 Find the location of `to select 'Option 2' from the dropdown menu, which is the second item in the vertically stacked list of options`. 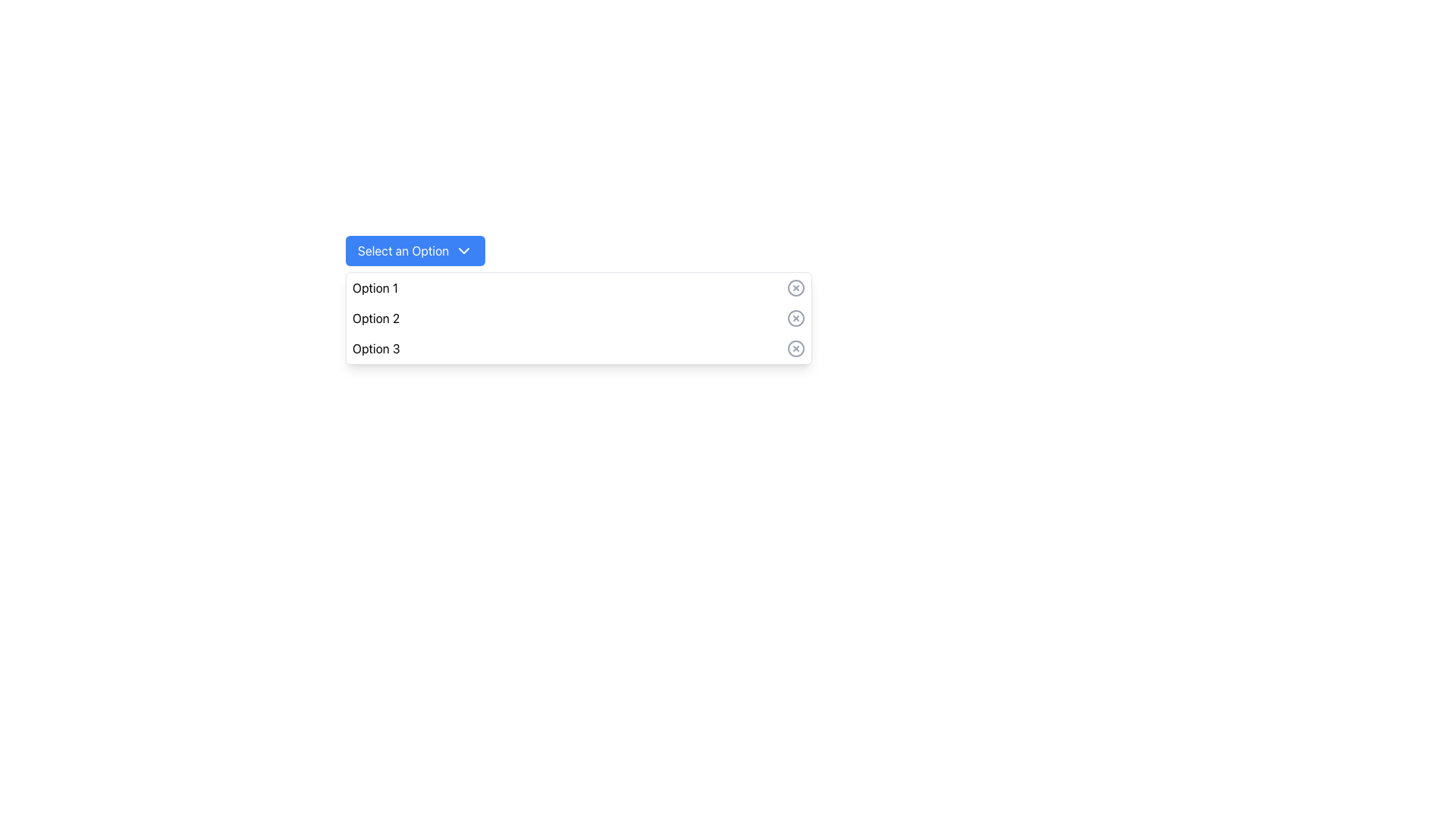

to select 'Option 2' from the dropdown menu, which is the second item in the vertically stacked list of options is located at coordinates (578, 318).